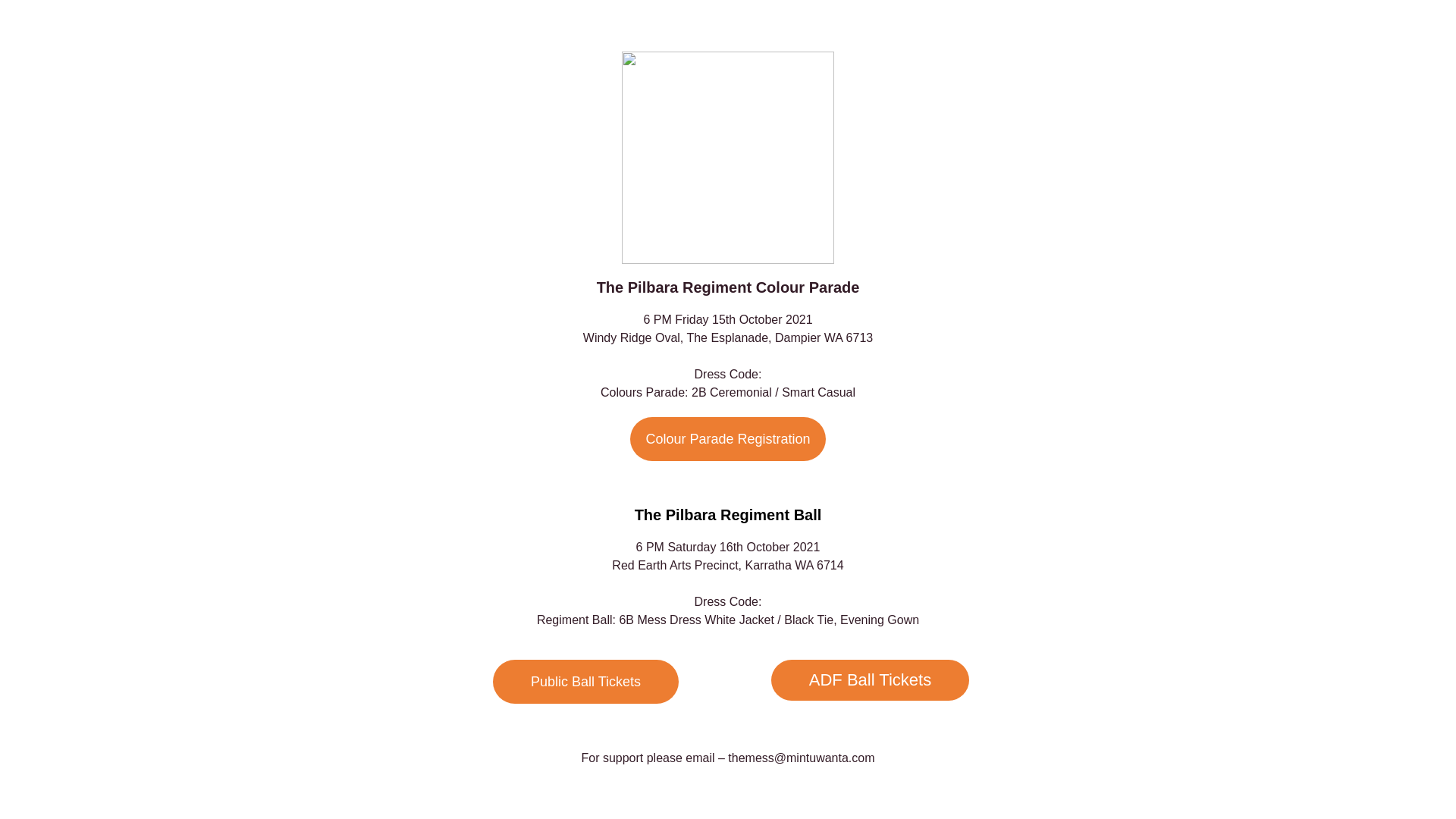 The image size is (1456, 819). What do you see at coordinates (771, 679) in the screenshot?
I see `'ADF Ball Tickets'` at bounding box center [771, 679].